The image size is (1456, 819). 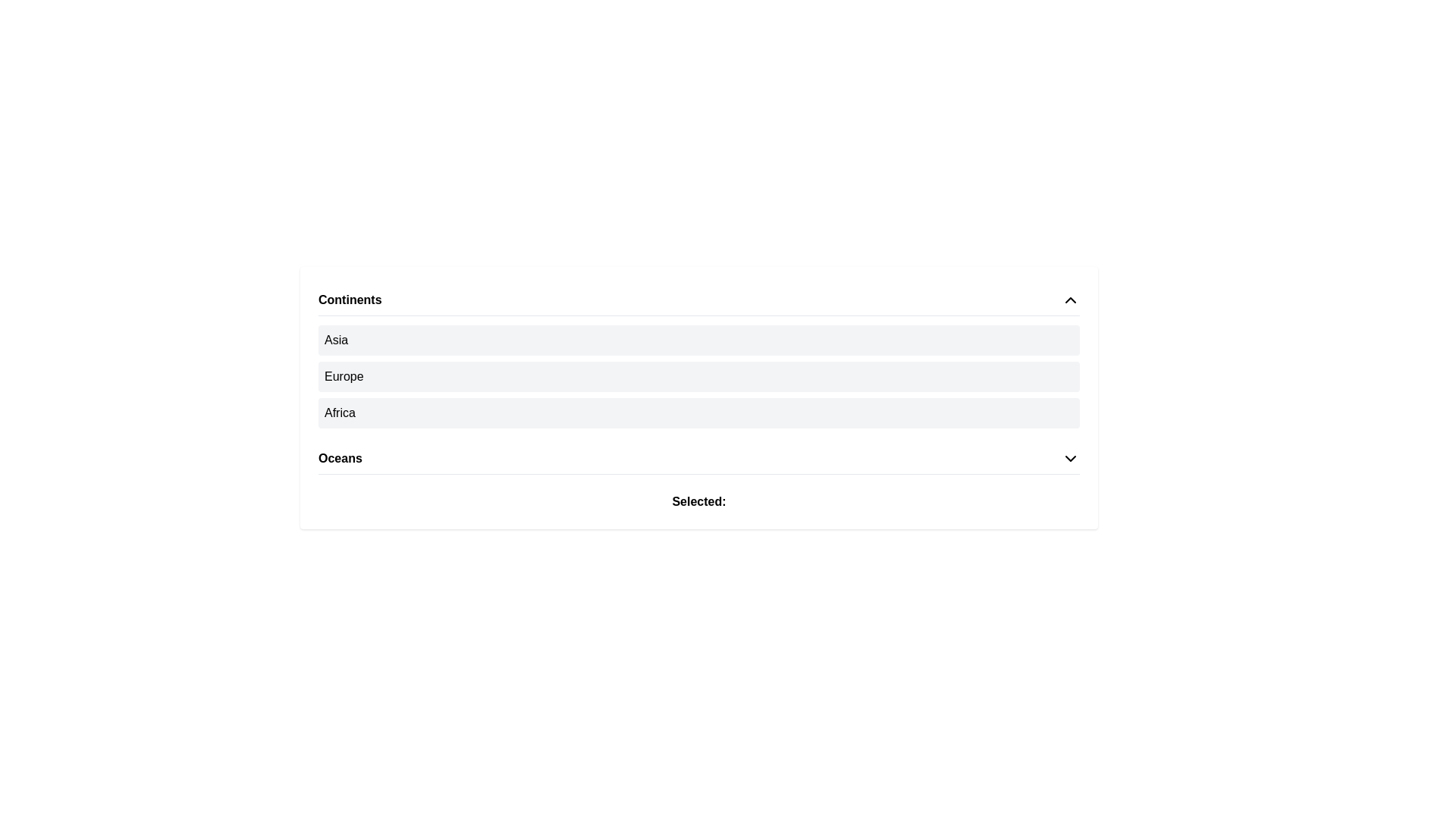 I want to click on the upward-pointing chevron icon located at the far right end of the header labeled 'Continents', so click(x=1069, y=300).